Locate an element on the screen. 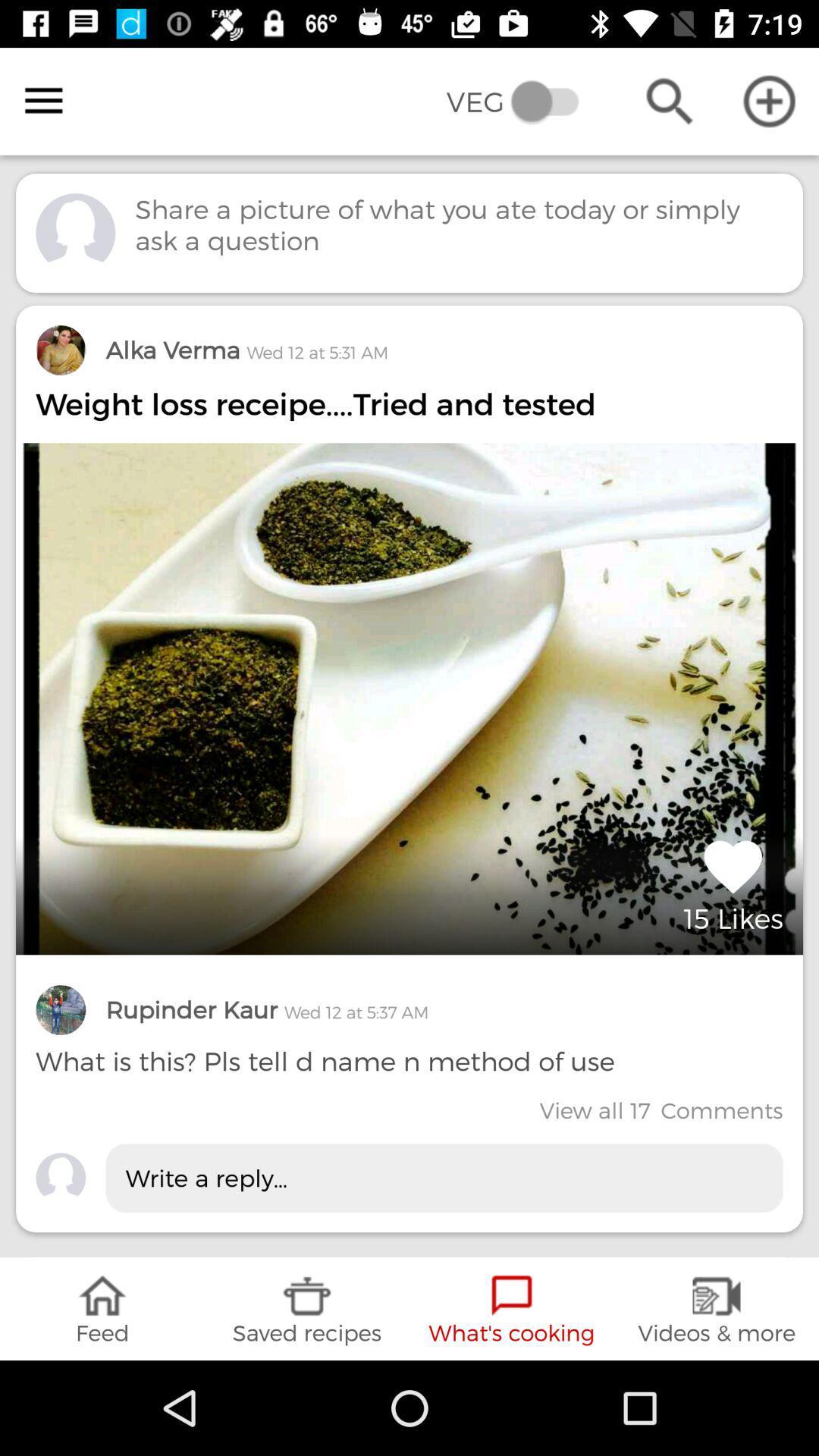  15 likes item is located at coordinates (733, 883).